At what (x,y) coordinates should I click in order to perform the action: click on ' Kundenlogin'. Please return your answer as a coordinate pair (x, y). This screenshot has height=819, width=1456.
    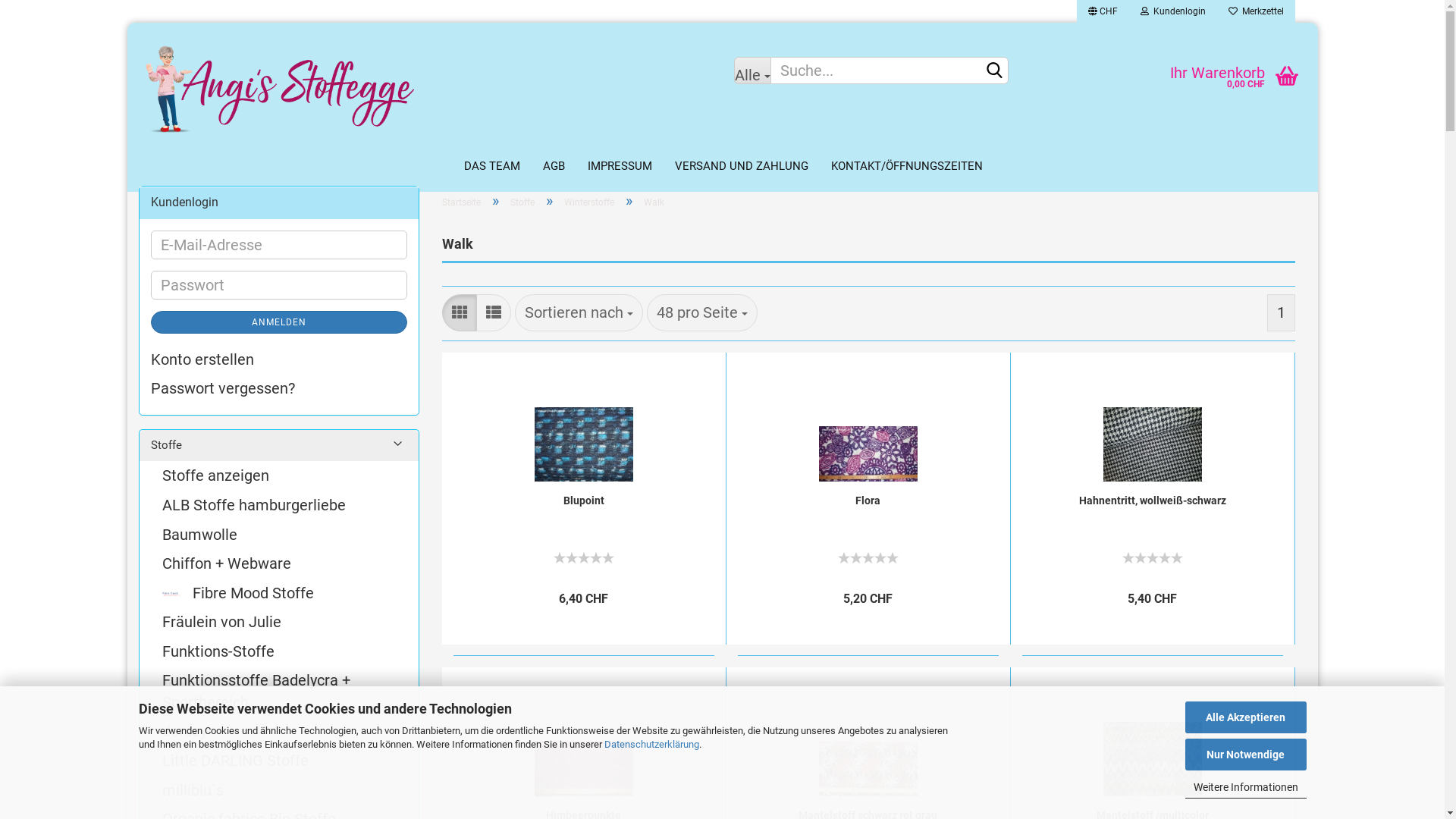
    Looking at the image, I should click on (1171, 13).